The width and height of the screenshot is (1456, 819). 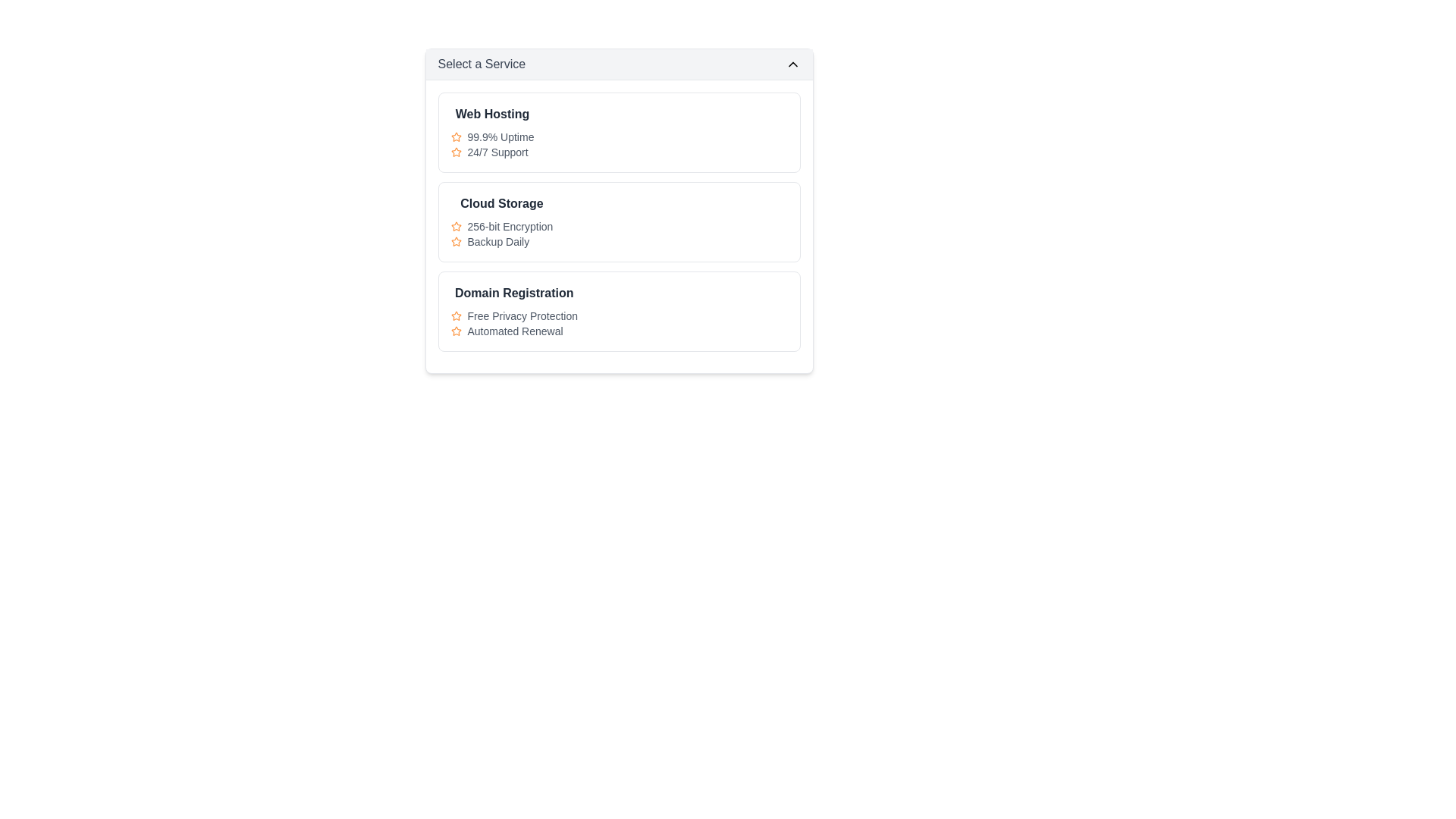 I want to click on the 'Domain Registration' option in the selection menu, so click(x=619, y=311).